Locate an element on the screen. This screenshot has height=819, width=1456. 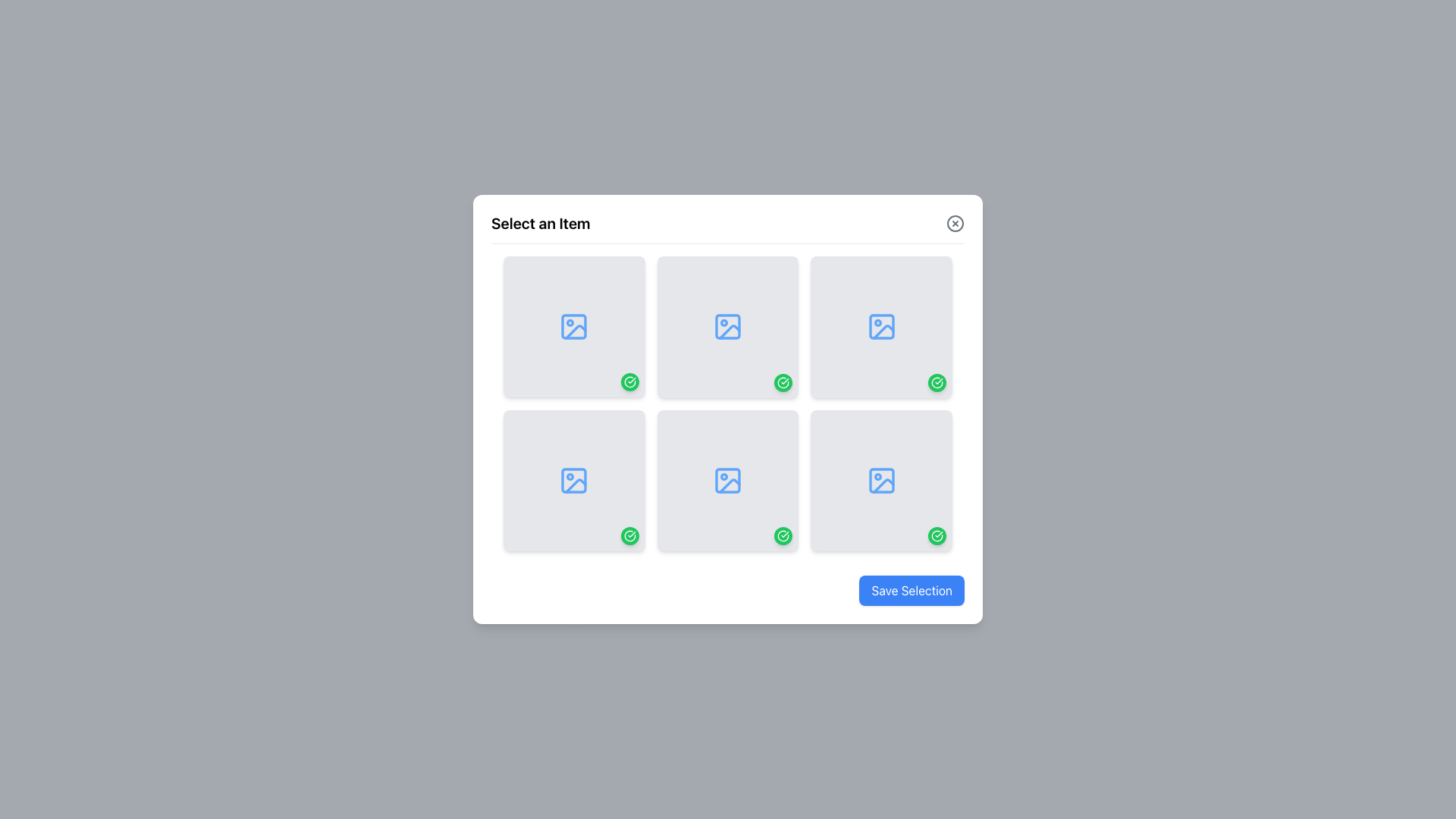
the image-like SVG icon located in the top-left corner of a three-by-two grid layout, which has a rectangular shape with rounded corners and includes a small circle and a line segment intersecting the corner is located at coordinates (573, 326).